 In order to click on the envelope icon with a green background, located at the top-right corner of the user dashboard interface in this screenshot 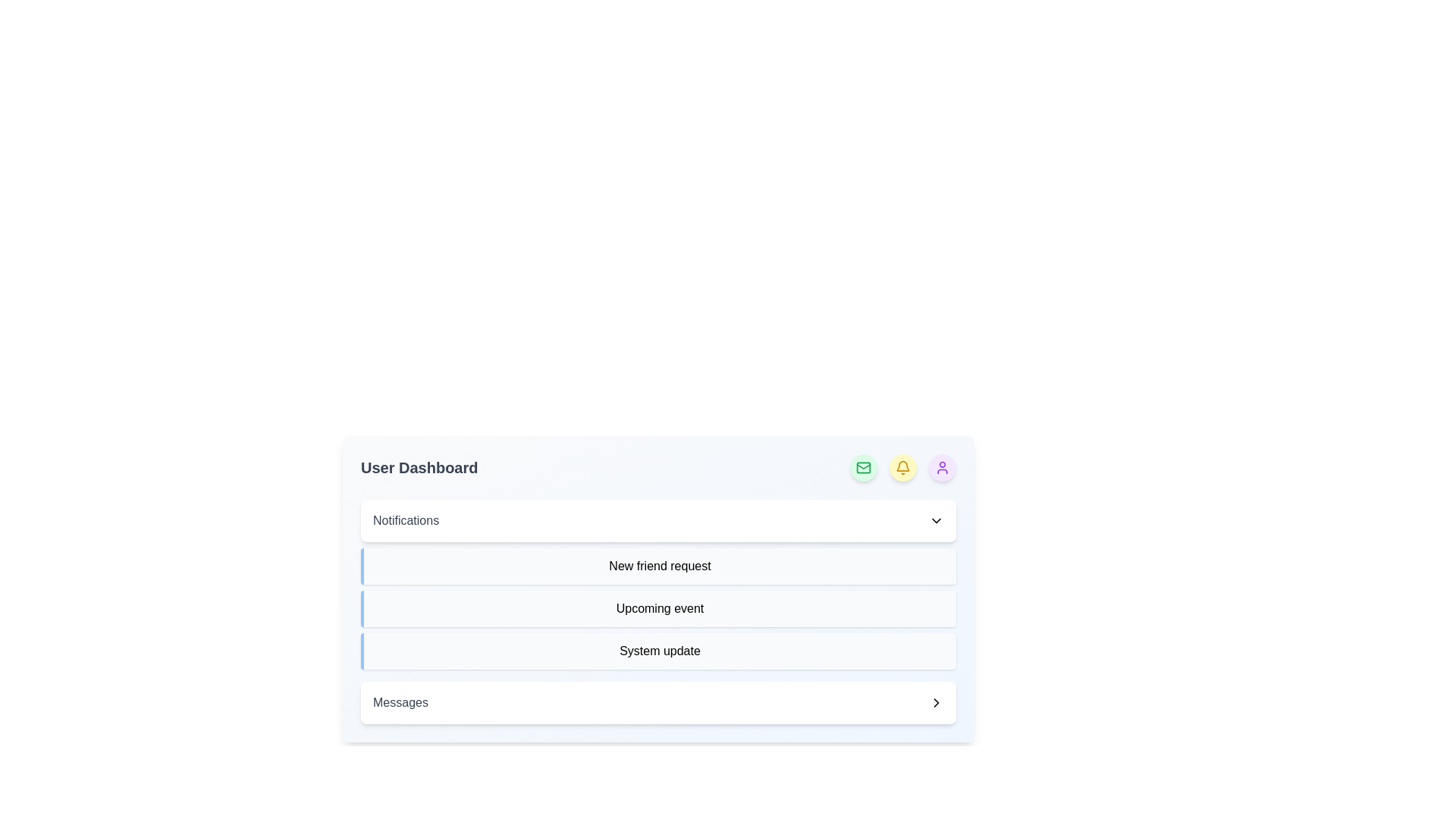, I will do `click(863, 467)`.